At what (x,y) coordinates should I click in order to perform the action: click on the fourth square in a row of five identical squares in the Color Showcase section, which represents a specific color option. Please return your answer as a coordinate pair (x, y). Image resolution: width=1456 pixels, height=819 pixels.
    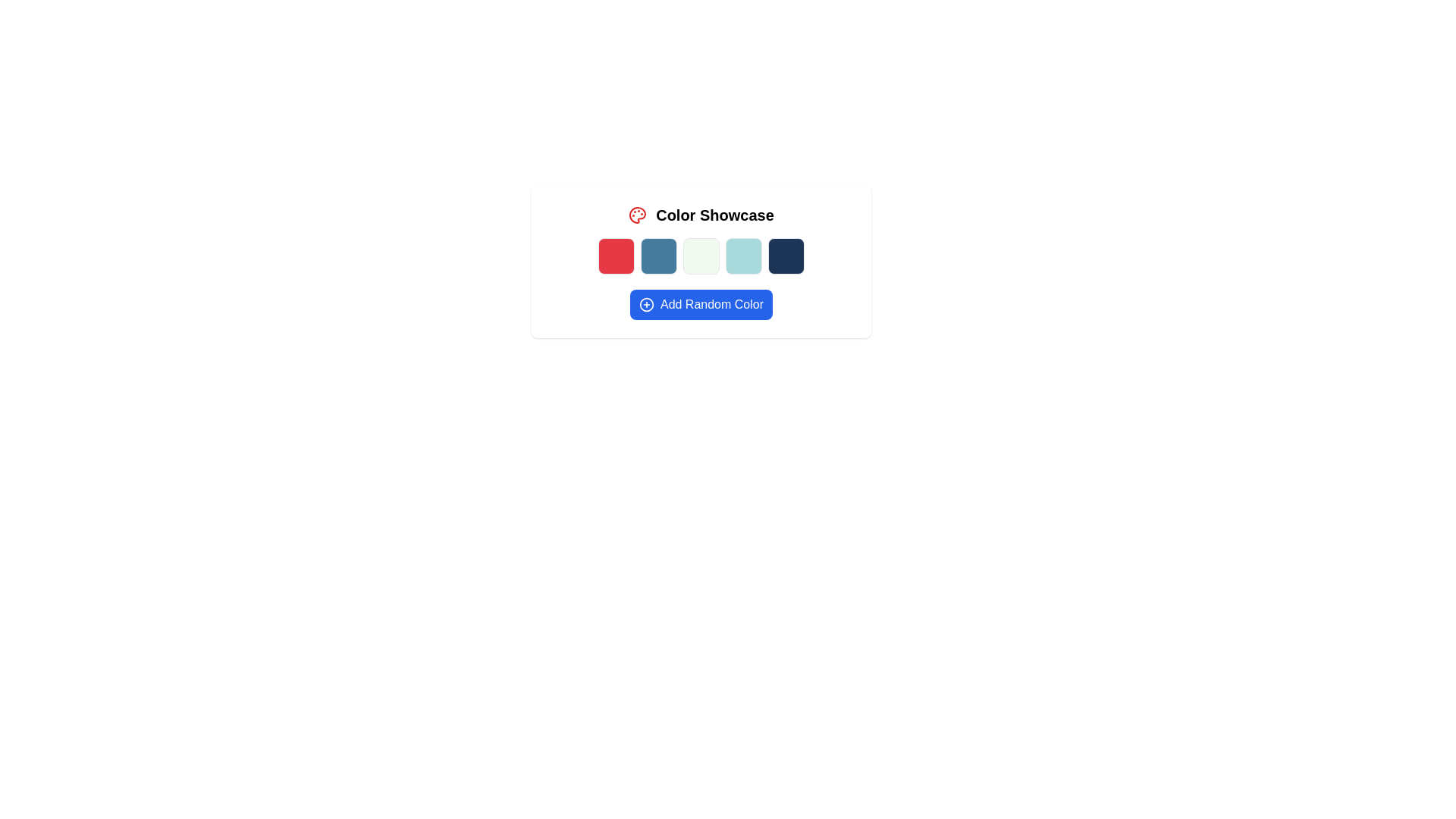
    Looking at the image, I should click on (743, 256).